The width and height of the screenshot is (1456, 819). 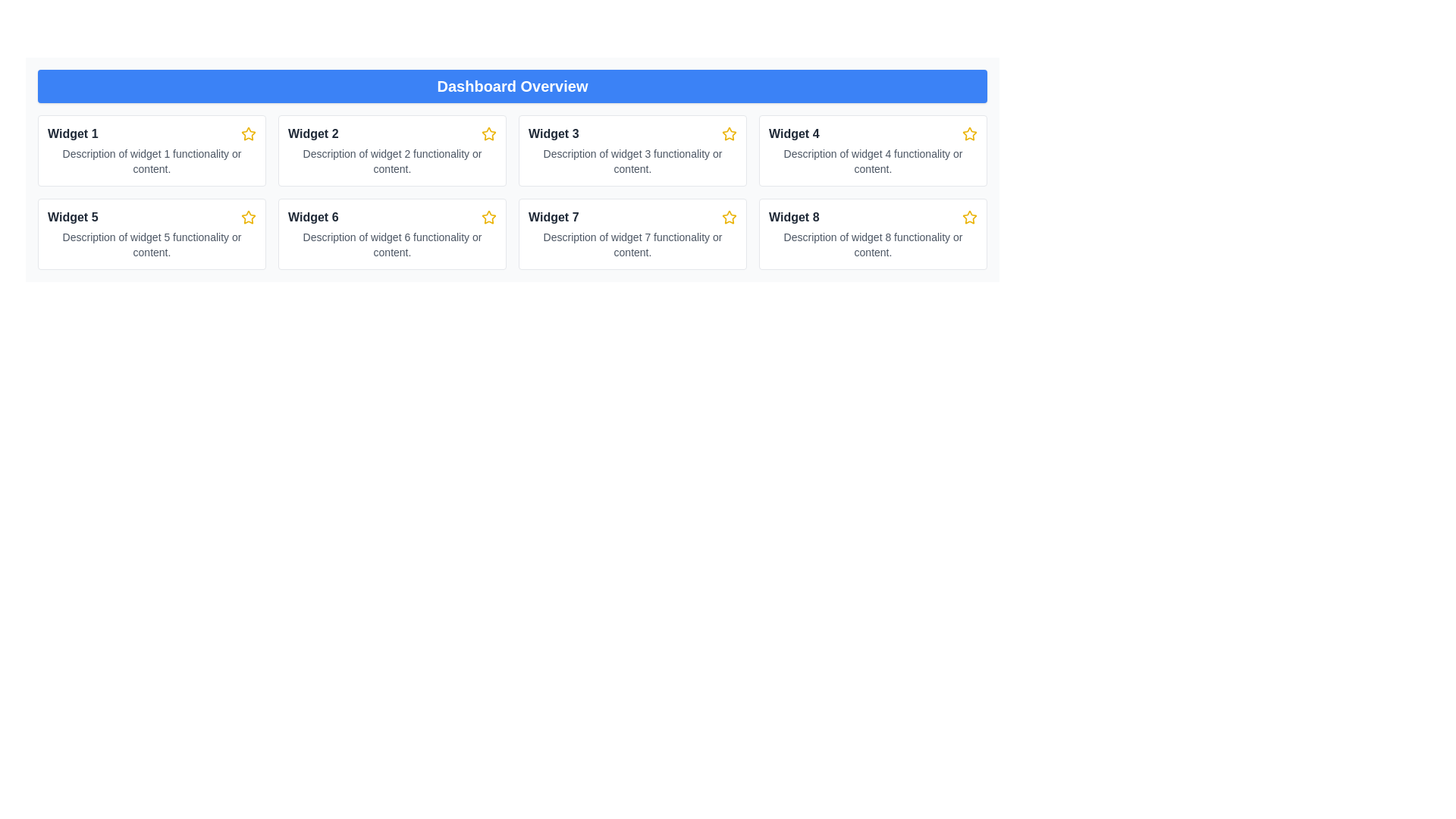 I want to click on the Banner header at the top of the dashboard, which serves as the title for the content below, so click(x=513, y=86).